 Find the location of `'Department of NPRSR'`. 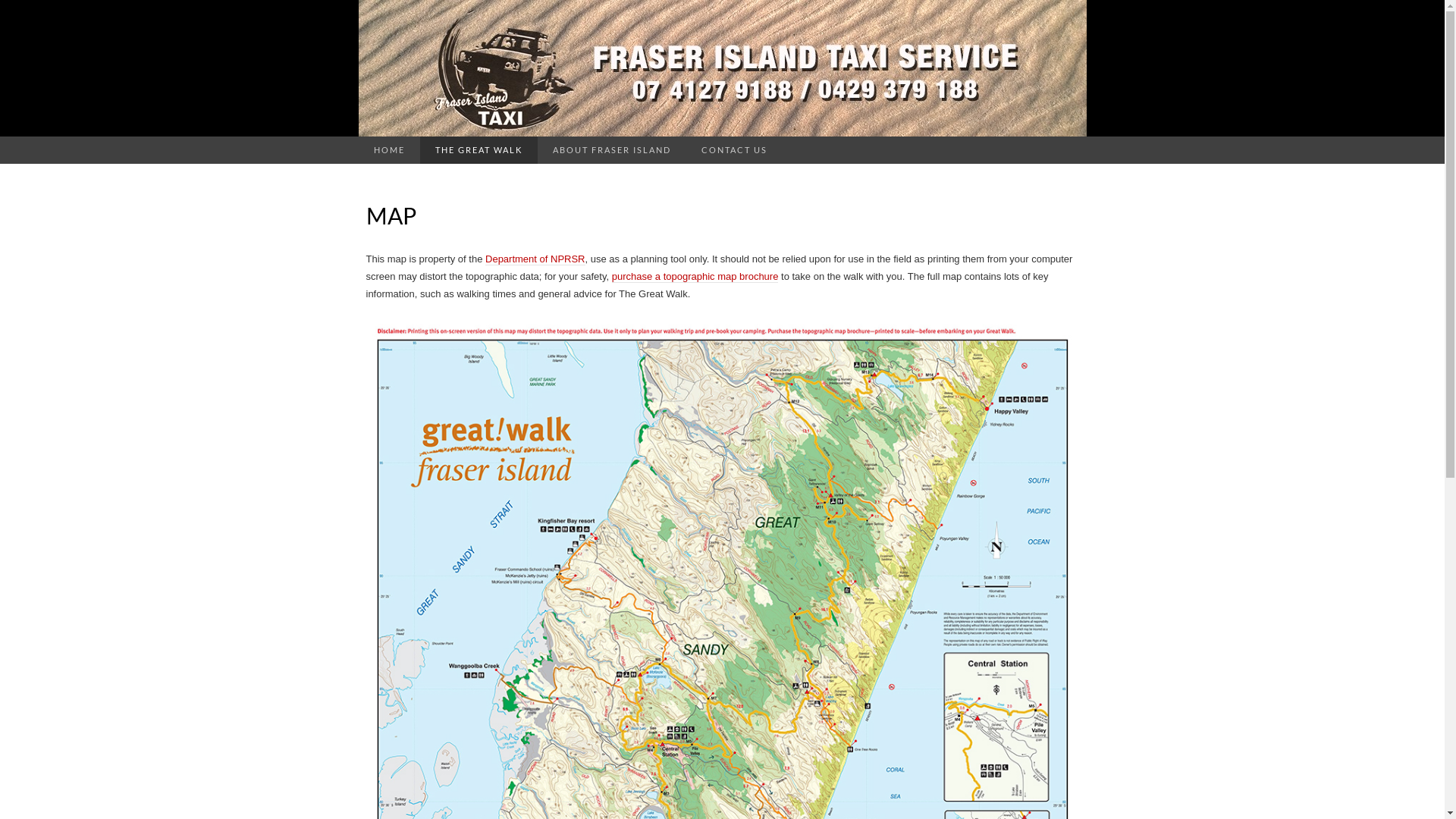

'Department of NPRSR' is located at coordinates (535, 259).